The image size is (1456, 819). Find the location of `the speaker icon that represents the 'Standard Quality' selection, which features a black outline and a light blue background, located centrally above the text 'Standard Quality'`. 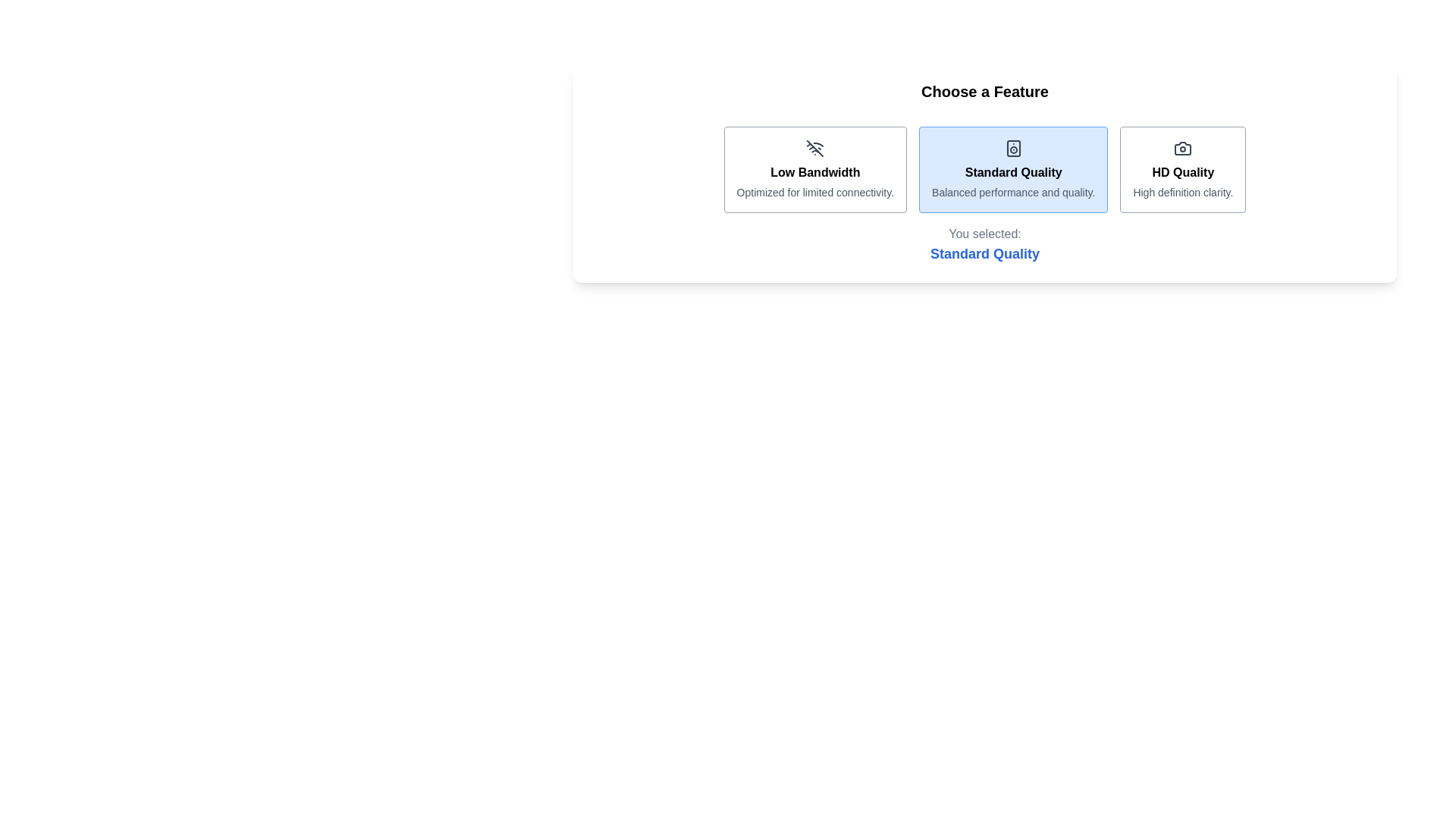

the speaker icon that represents the 'Standard Quality' selection, which features a black outline and a light blue background, located centrally above the text 'Standard Quality' is located at coordinates (1013, 149).